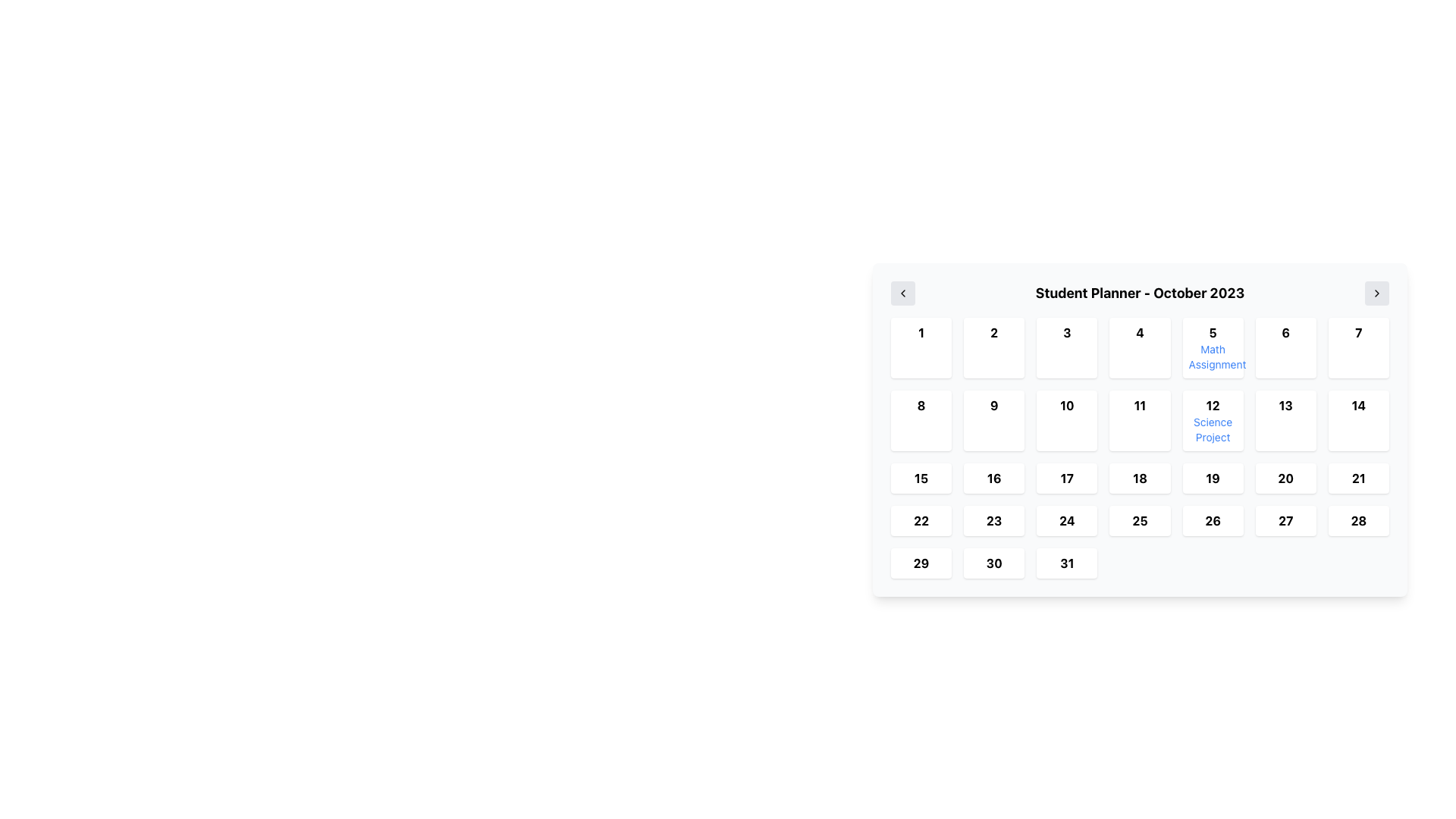 The width and height of the screenshot is (1456, 819). Describe the element at coordinates (1212, 519) in the screenshot. I see `the bold number '26' in the calendar view` at that location.